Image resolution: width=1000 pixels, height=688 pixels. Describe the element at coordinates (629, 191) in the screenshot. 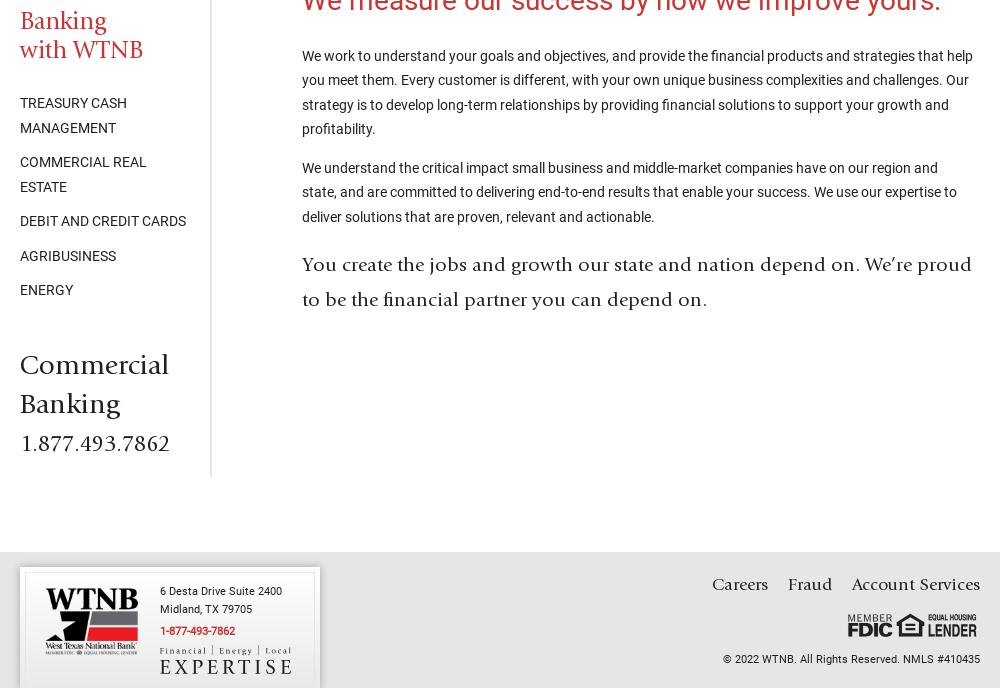

I see `'We understand the critical impact small business and middle-market companies have on our region and state, and are committed to delivering end-to-end results that enable your success. We use our expertise to deliver solutions that are proven, relevant and actionable.'` at that location.